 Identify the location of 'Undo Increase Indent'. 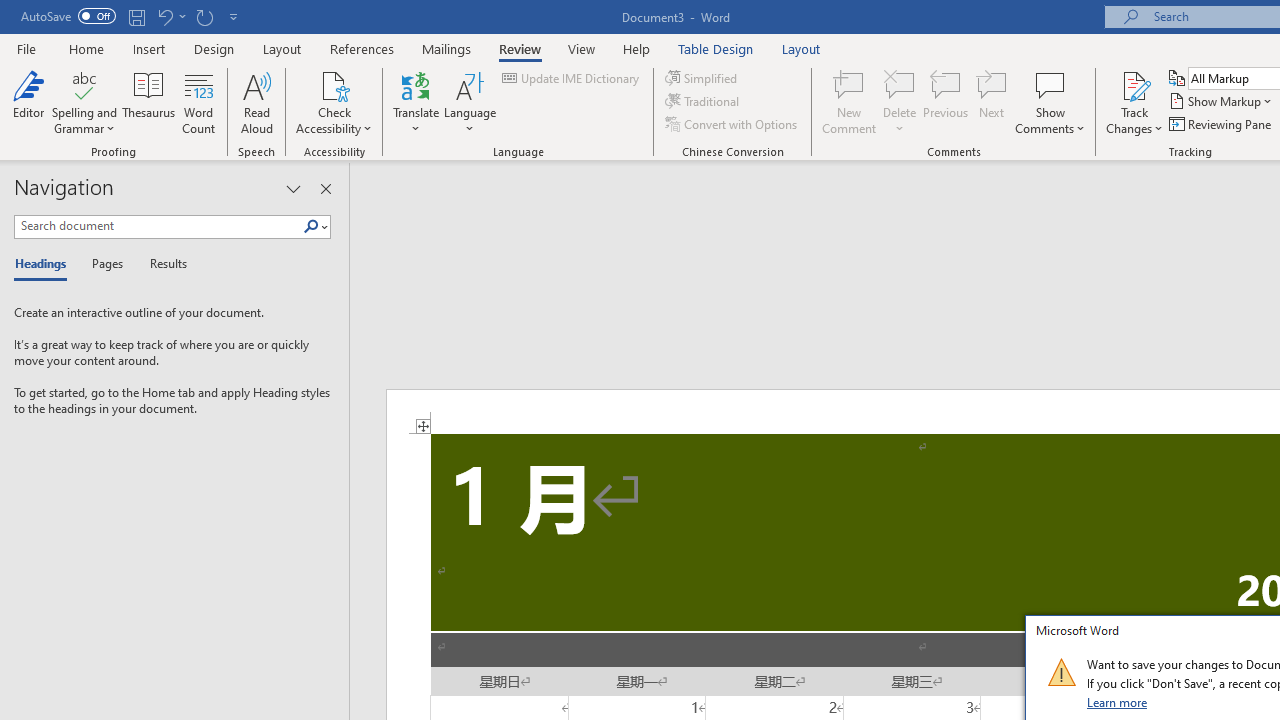
(170, 16).